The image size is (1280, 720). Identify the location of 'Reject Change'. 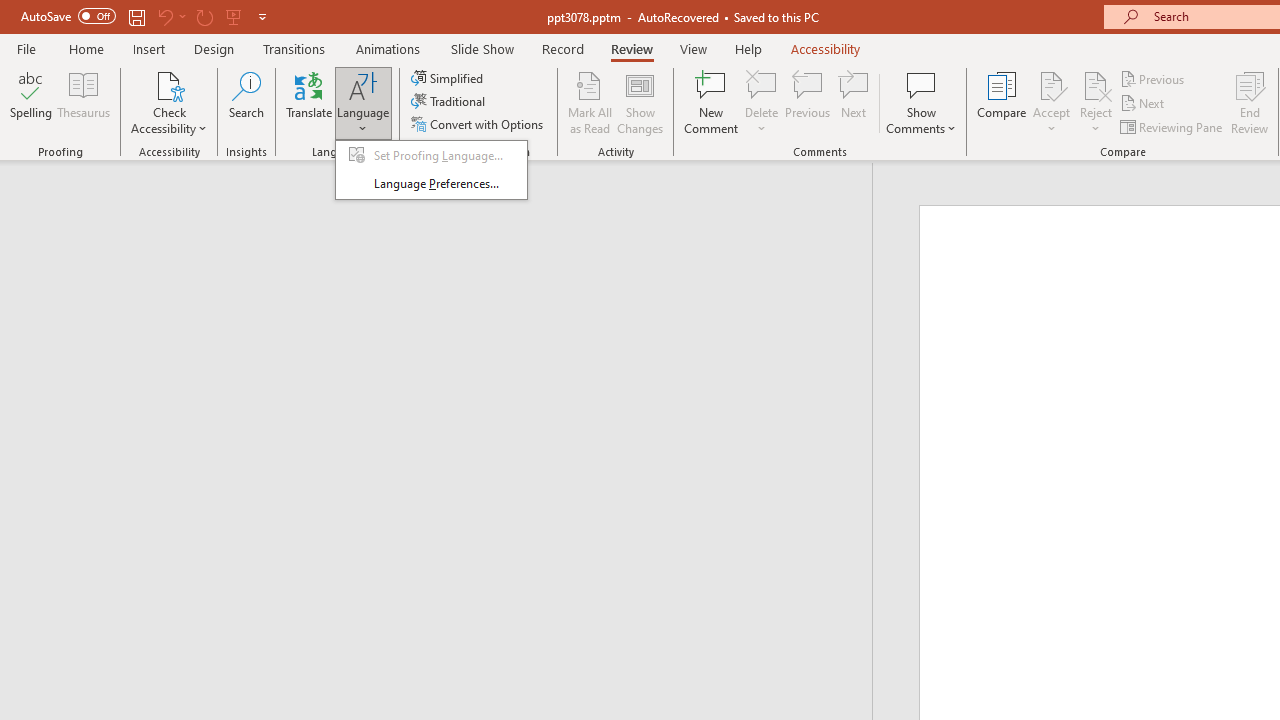
(1095, 84).